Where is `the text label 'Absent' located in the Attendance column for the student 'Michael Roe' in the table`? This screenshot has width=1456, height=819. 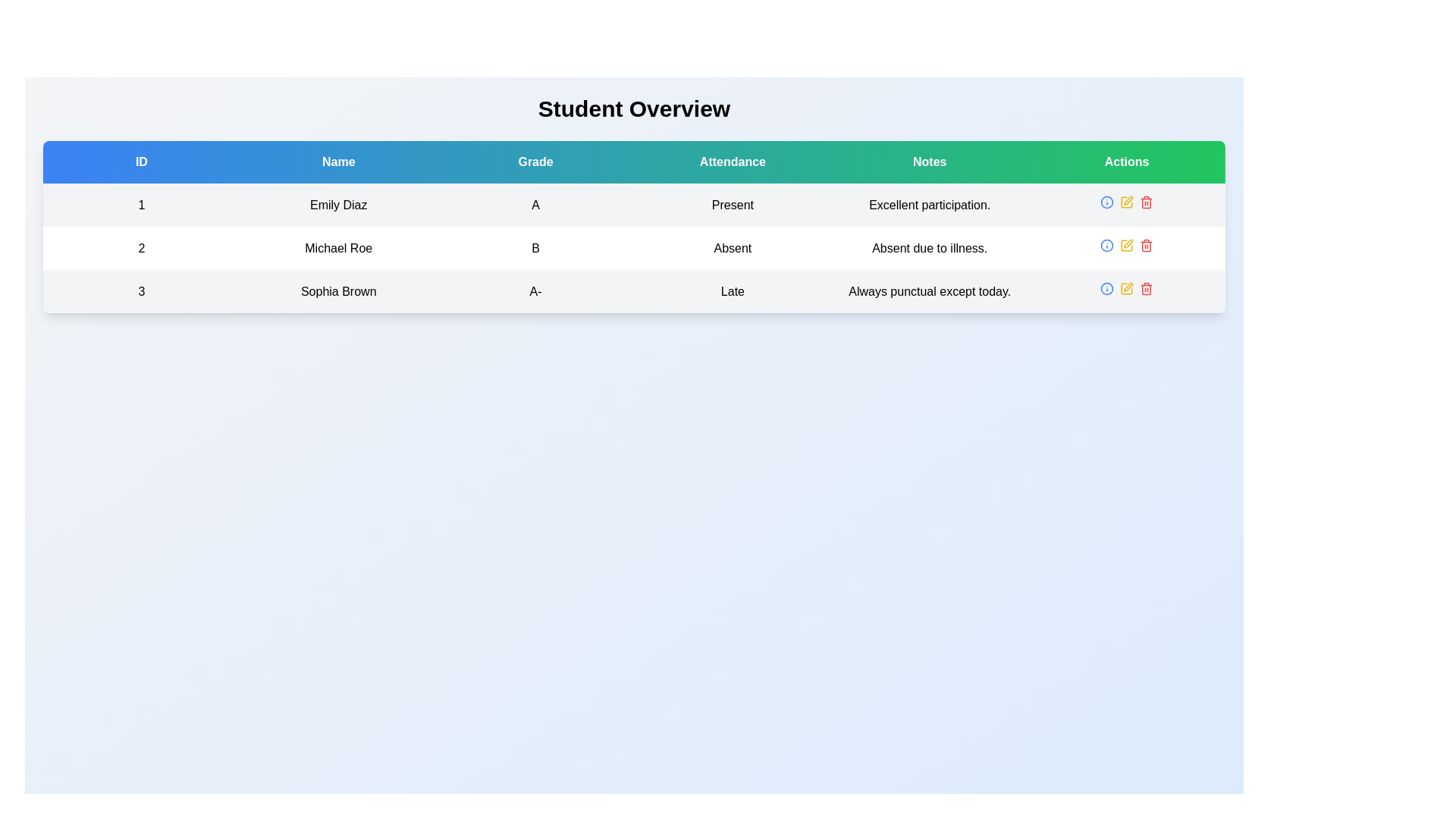
the text label 'Absent' located in the Attendance column for the student 'Michael Roe' in the table is located at coordinates (733, 247).